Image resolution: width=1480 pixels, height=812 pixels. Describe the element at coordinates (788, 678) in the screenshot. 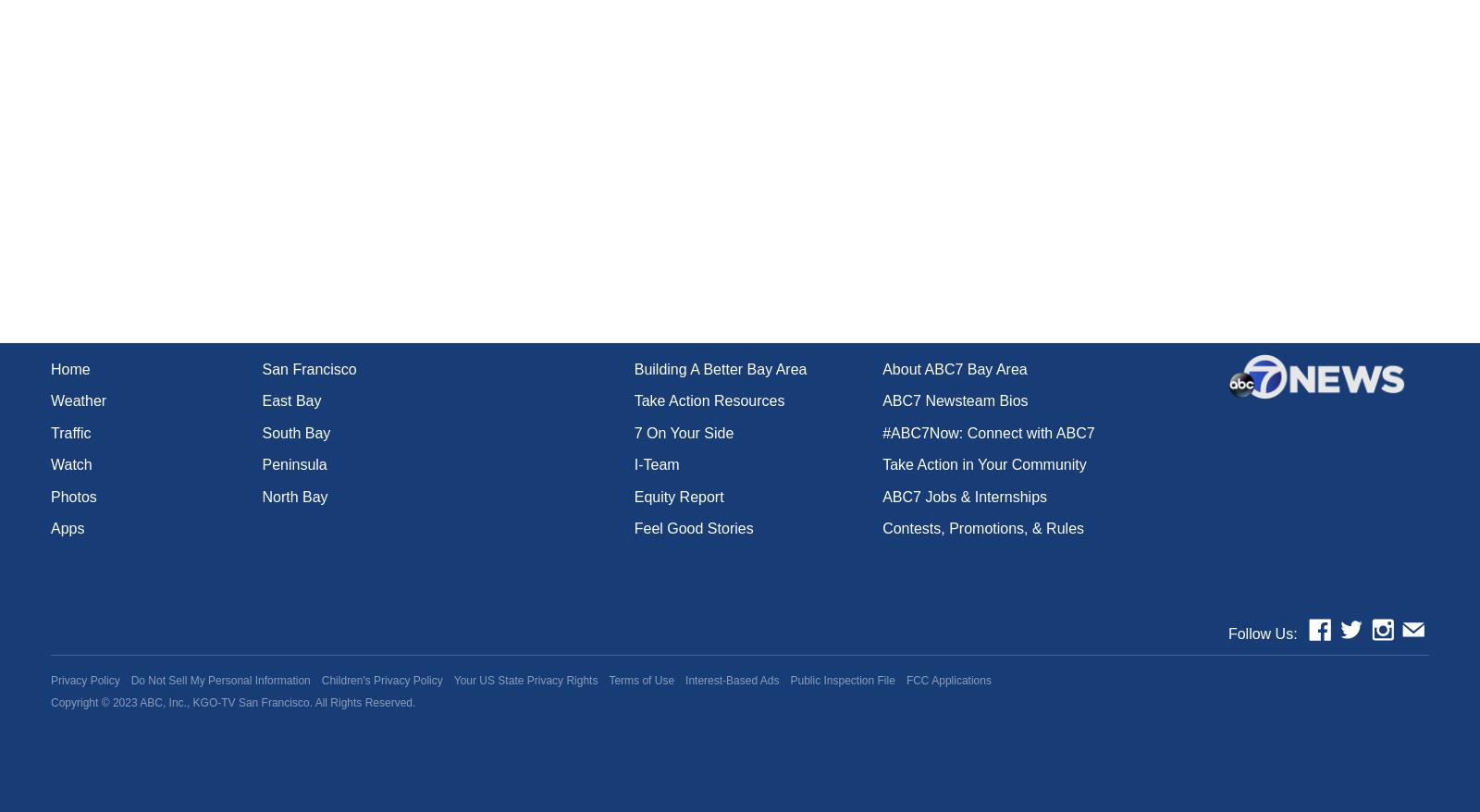

I see `'Public Inspection File'` at that location.